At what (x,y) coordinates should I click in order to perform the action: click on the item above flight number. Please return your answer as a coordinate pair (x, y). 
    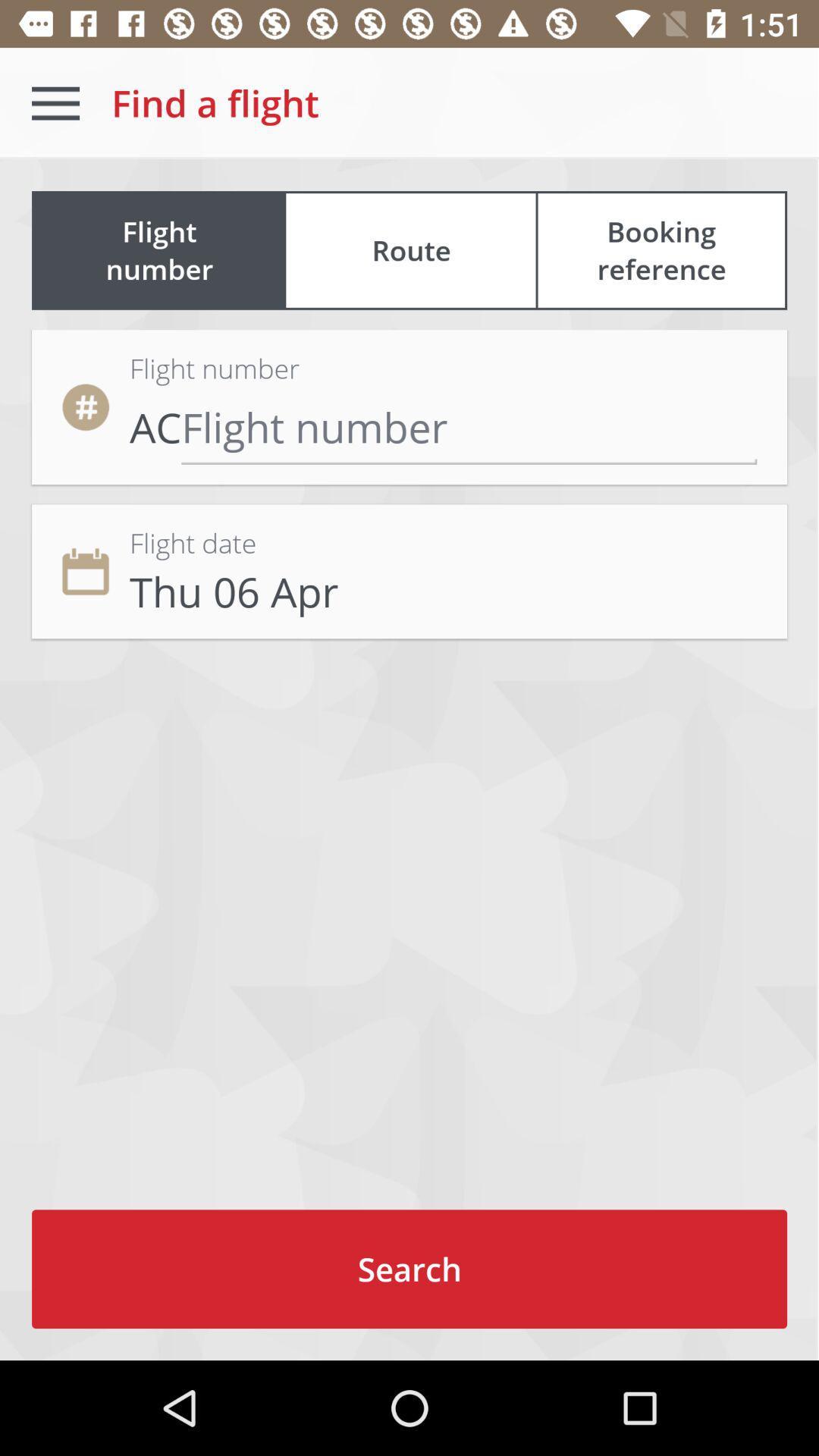
    Looking at the image, I should click on (411, 250).